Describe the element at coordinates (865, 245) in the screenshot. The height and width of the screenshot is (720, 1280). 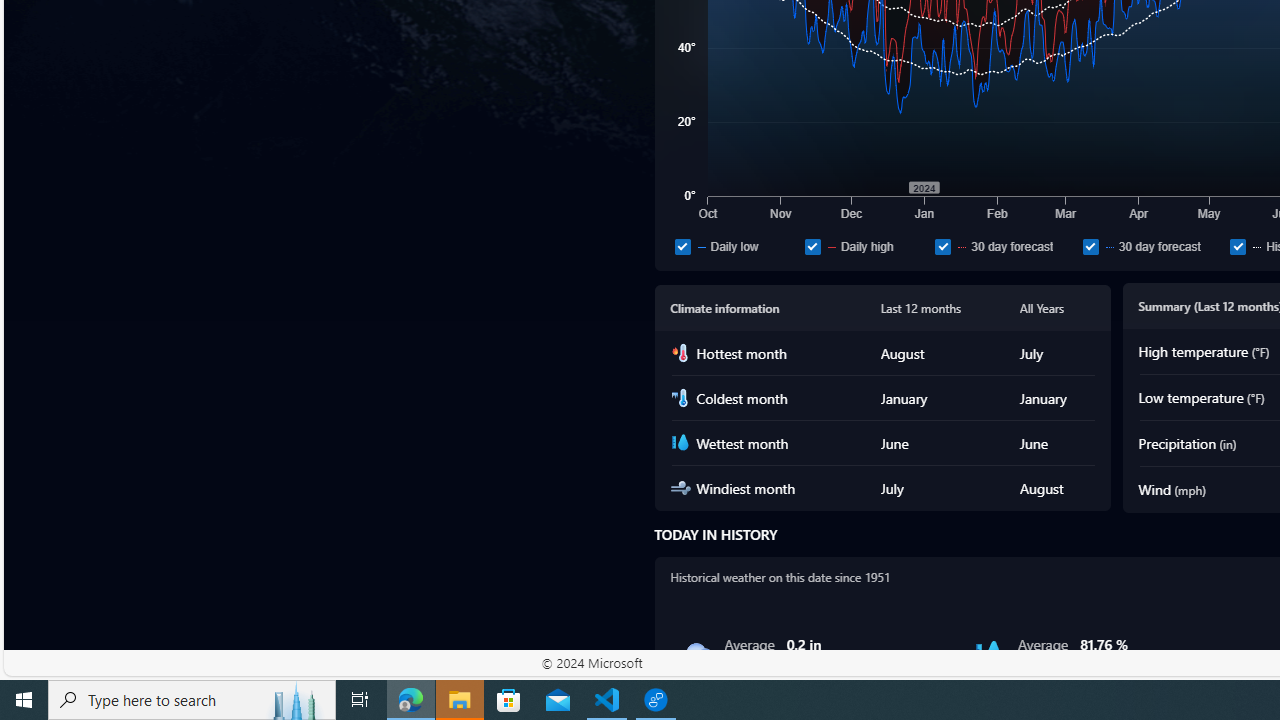
I see `'Daily high'` at that location.